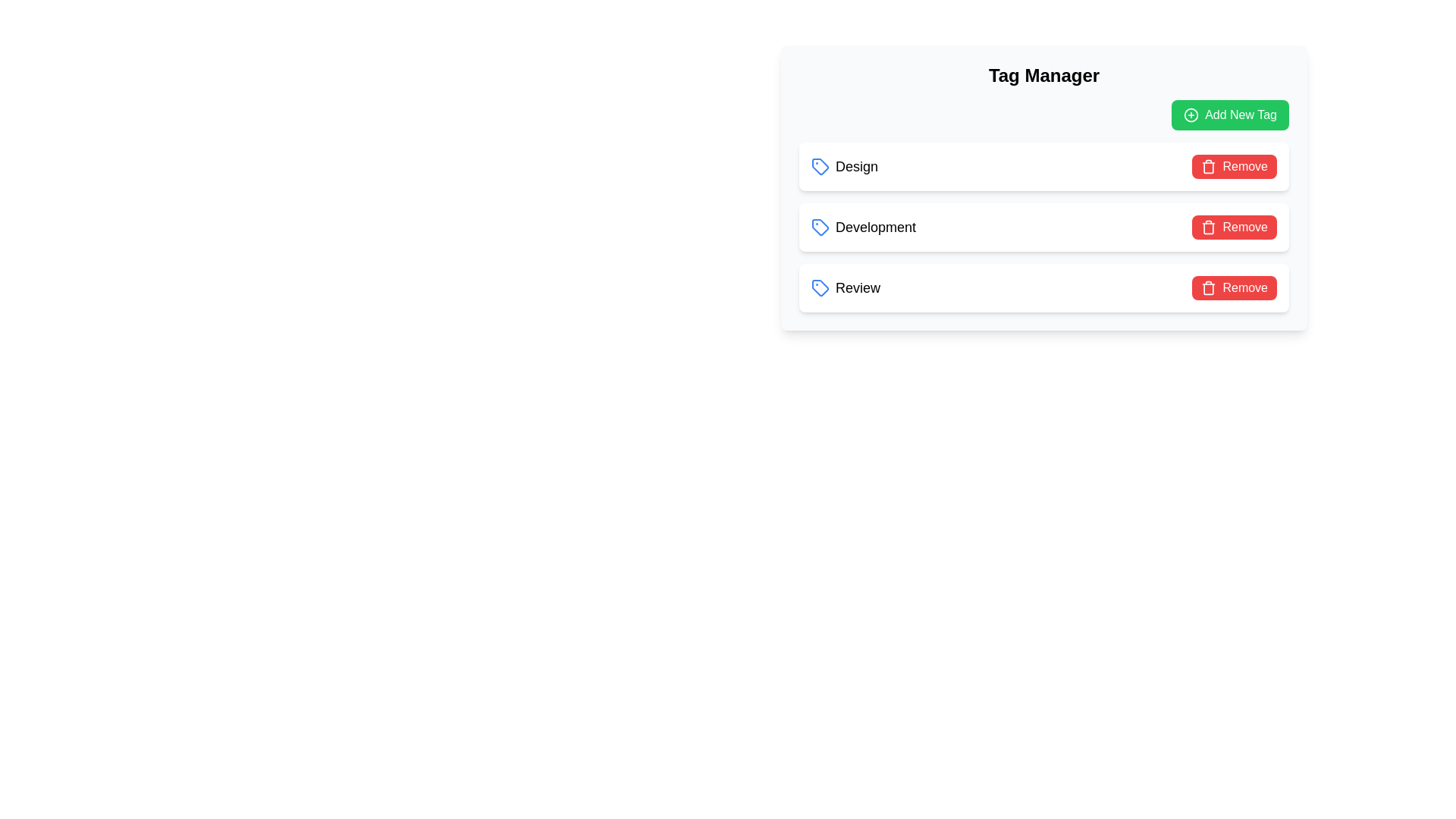 The height and width of the screenshot is (819, 1456). I want to click on text 'Review' which is displayed in bold next to a blue tag icon, located in the bottom row of the 'Tag Manager' card, so click(845, 288).